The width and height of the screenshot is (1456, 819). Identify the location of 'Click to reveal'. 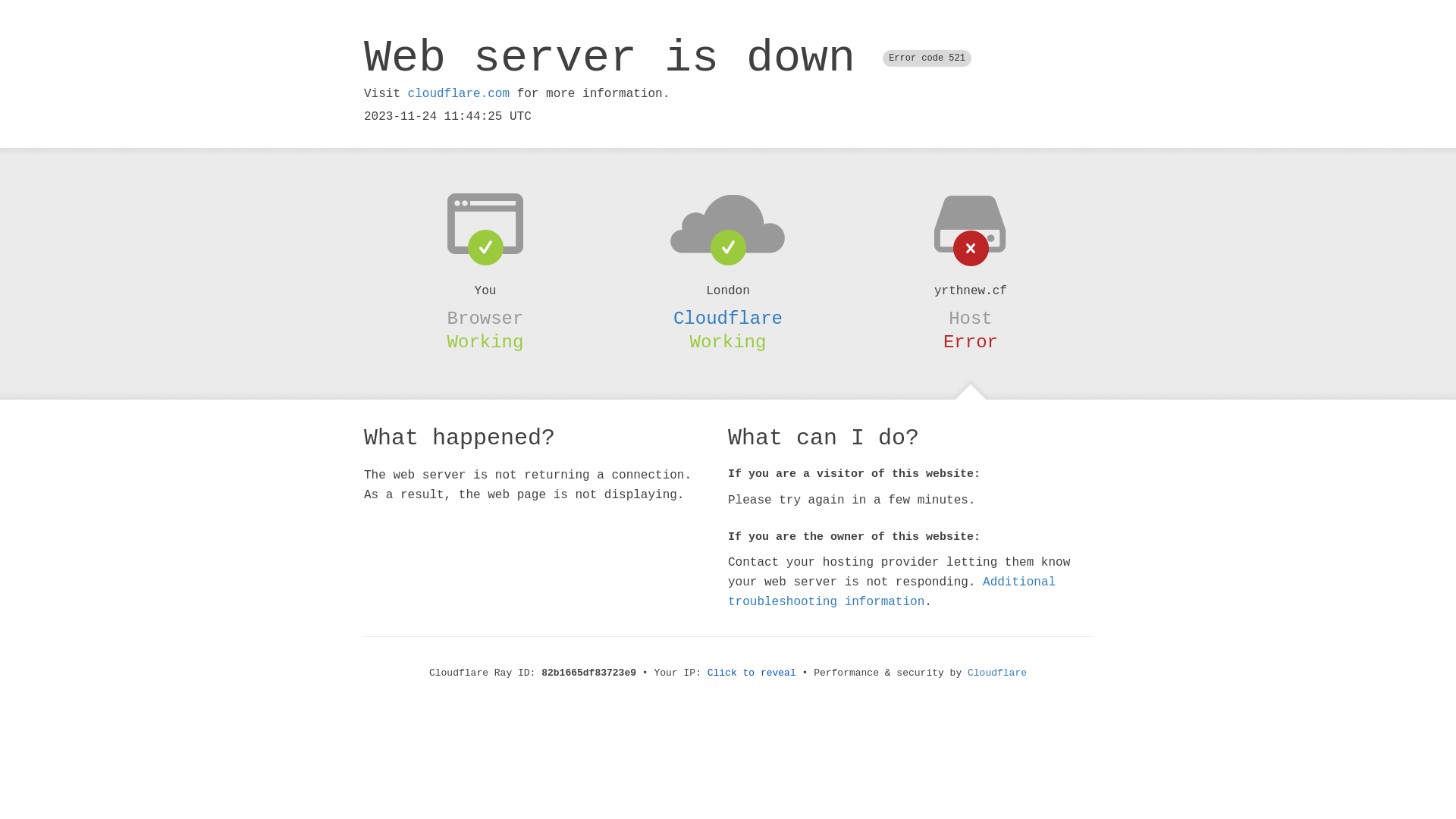
(752, 672).